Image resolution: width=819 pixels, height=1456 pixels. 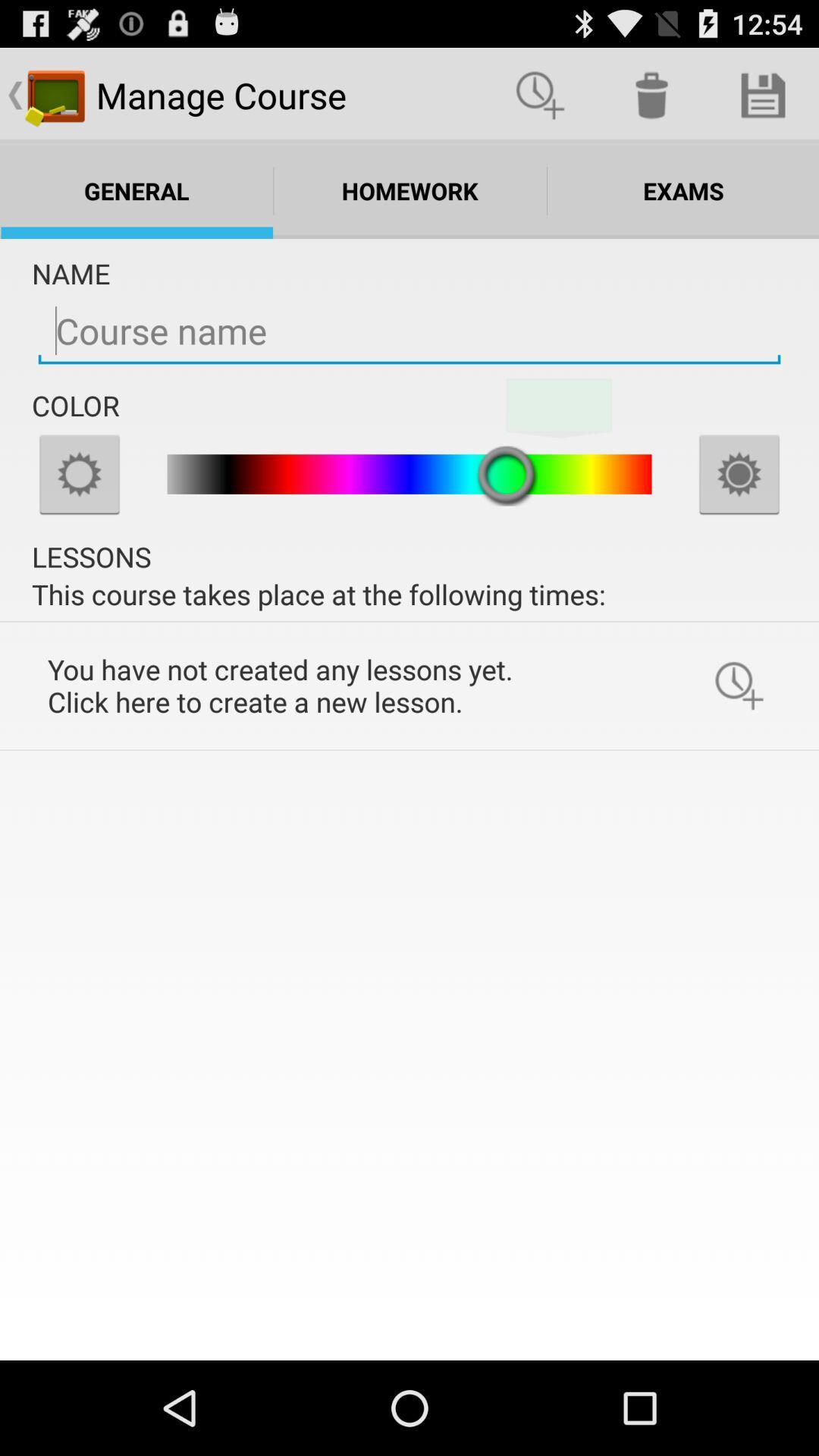 What do you see at coordinates (79, 473) in the screenshot?
I see `color` at bounding box center [79, 473].